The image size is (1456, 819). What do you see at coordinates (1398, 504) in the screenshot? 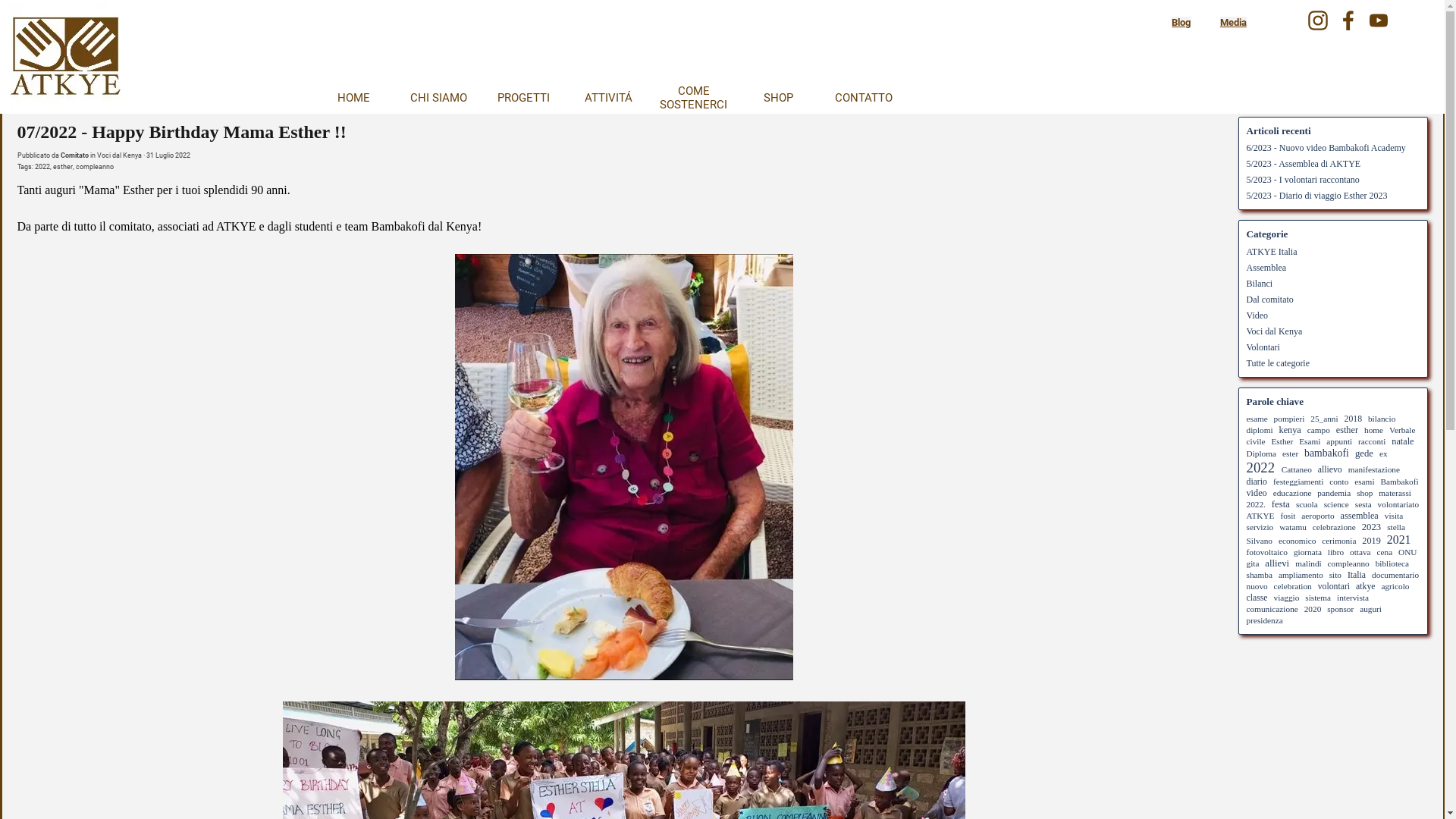
I see `'volontariato'` at bounding box center [1398, 504].